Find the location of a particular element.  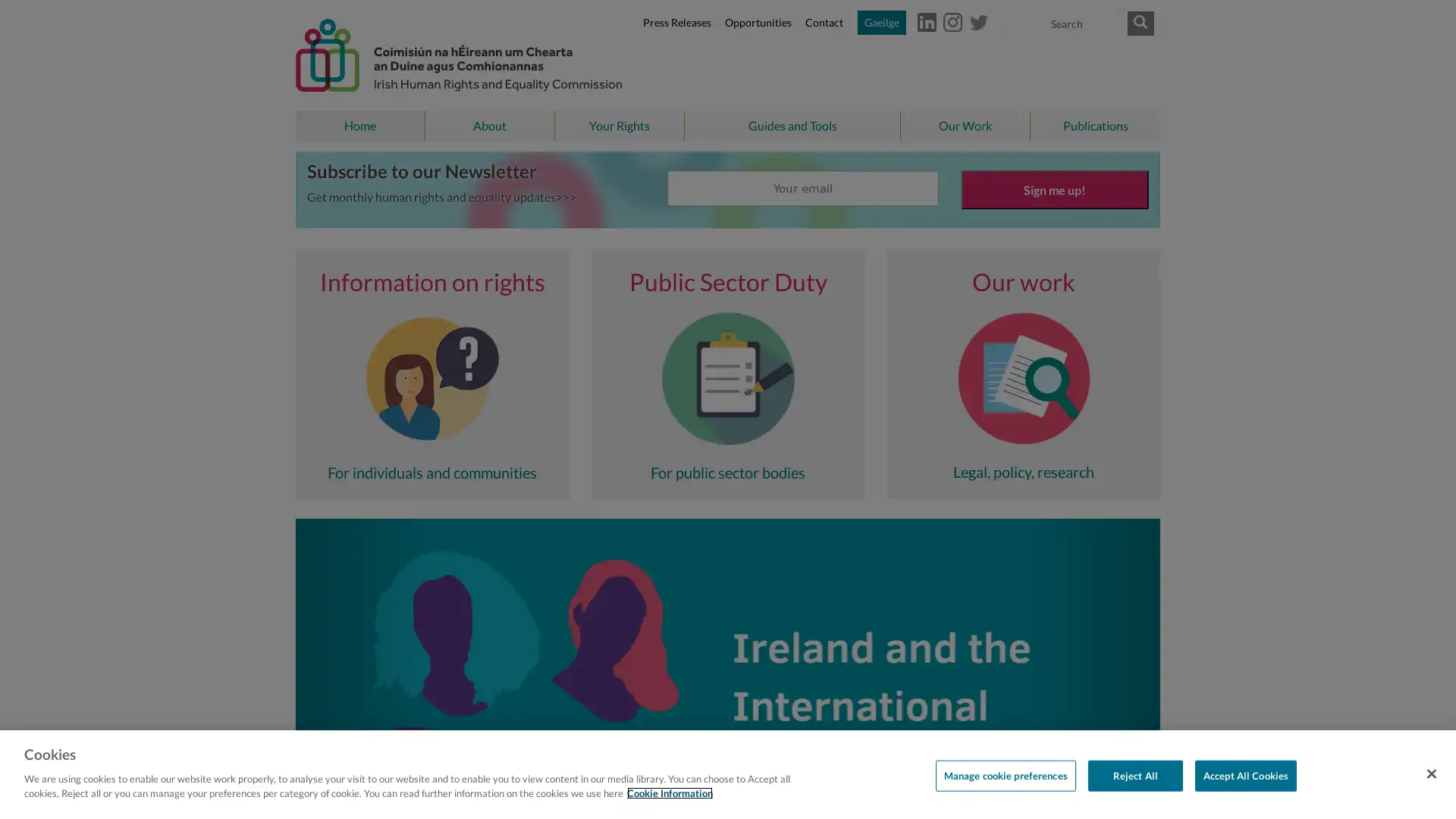

Submit is located at coordinates (1141, 23).